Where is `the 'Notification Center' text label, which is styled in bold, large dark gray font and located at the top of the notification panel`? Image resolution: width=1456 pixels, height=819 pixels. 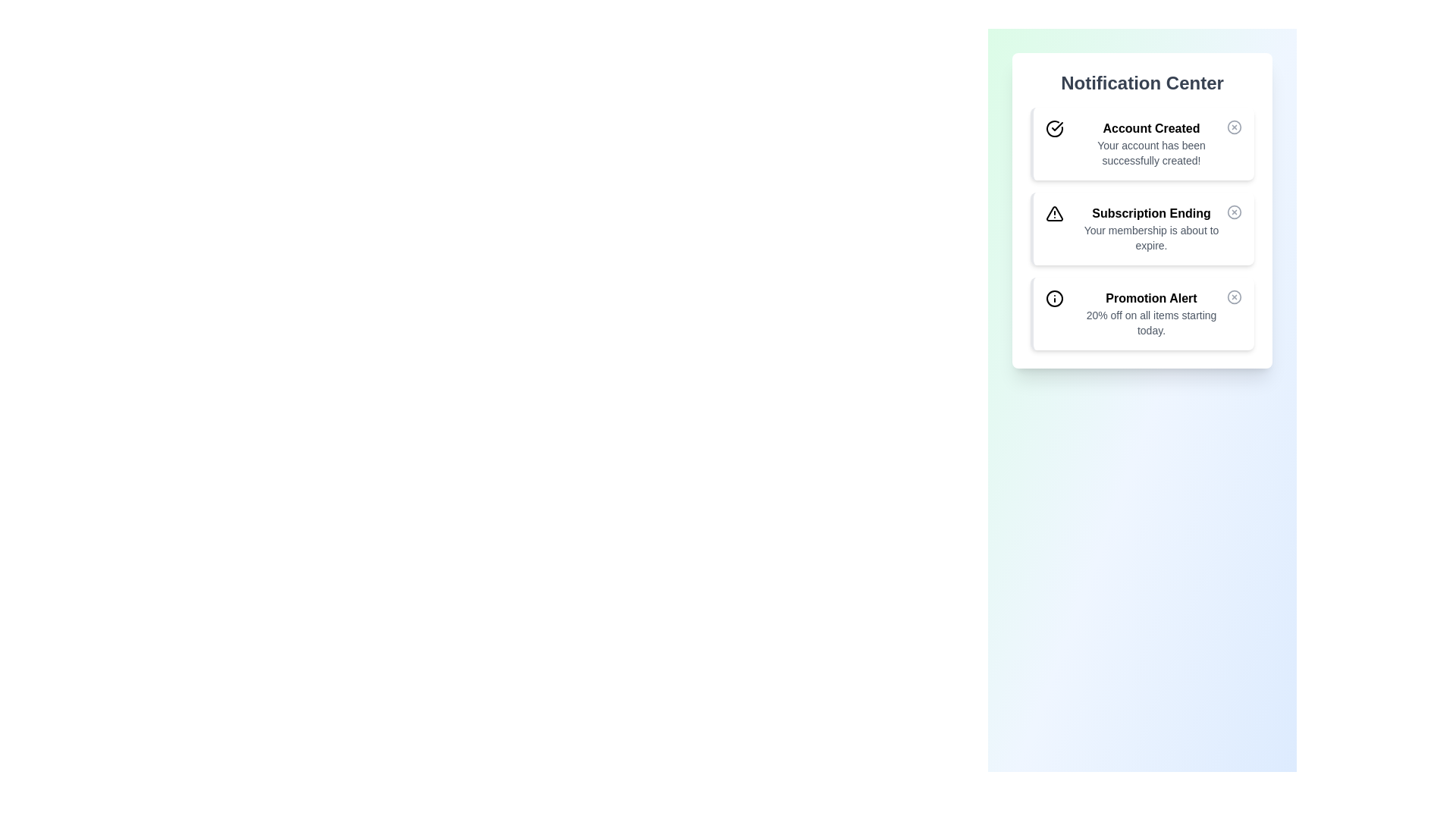 the 'Notification Center' text label, which is styled in bold, large dark gray font and located at the top of the notification panel is located at coordinates (1142, 83).